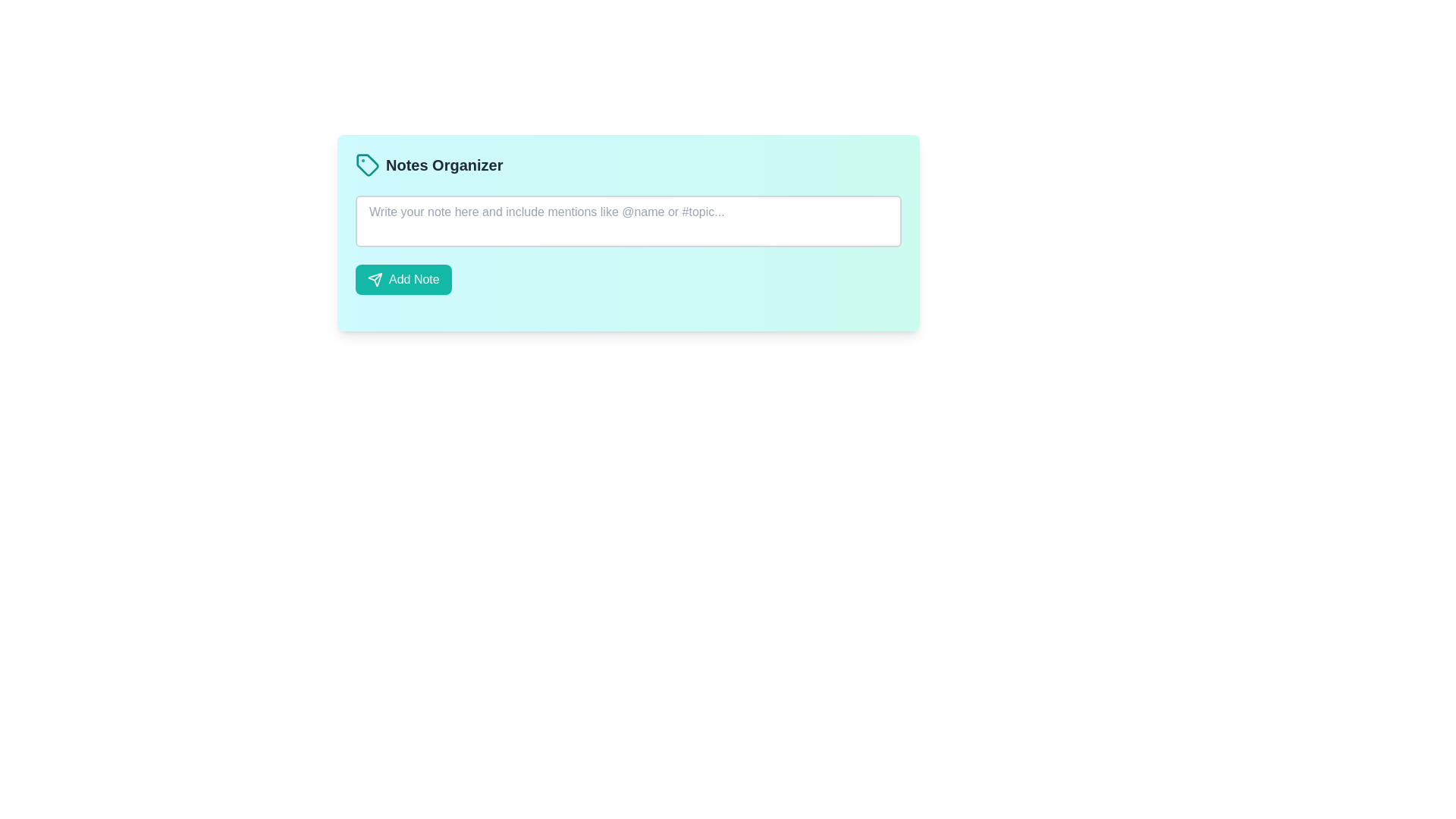 The height and width of the screenshot is (819, 1456). I want to click on around the title text element located to the right of a teal-colored tag icon, serving as a heading for the notes interface, so click(444, 165).